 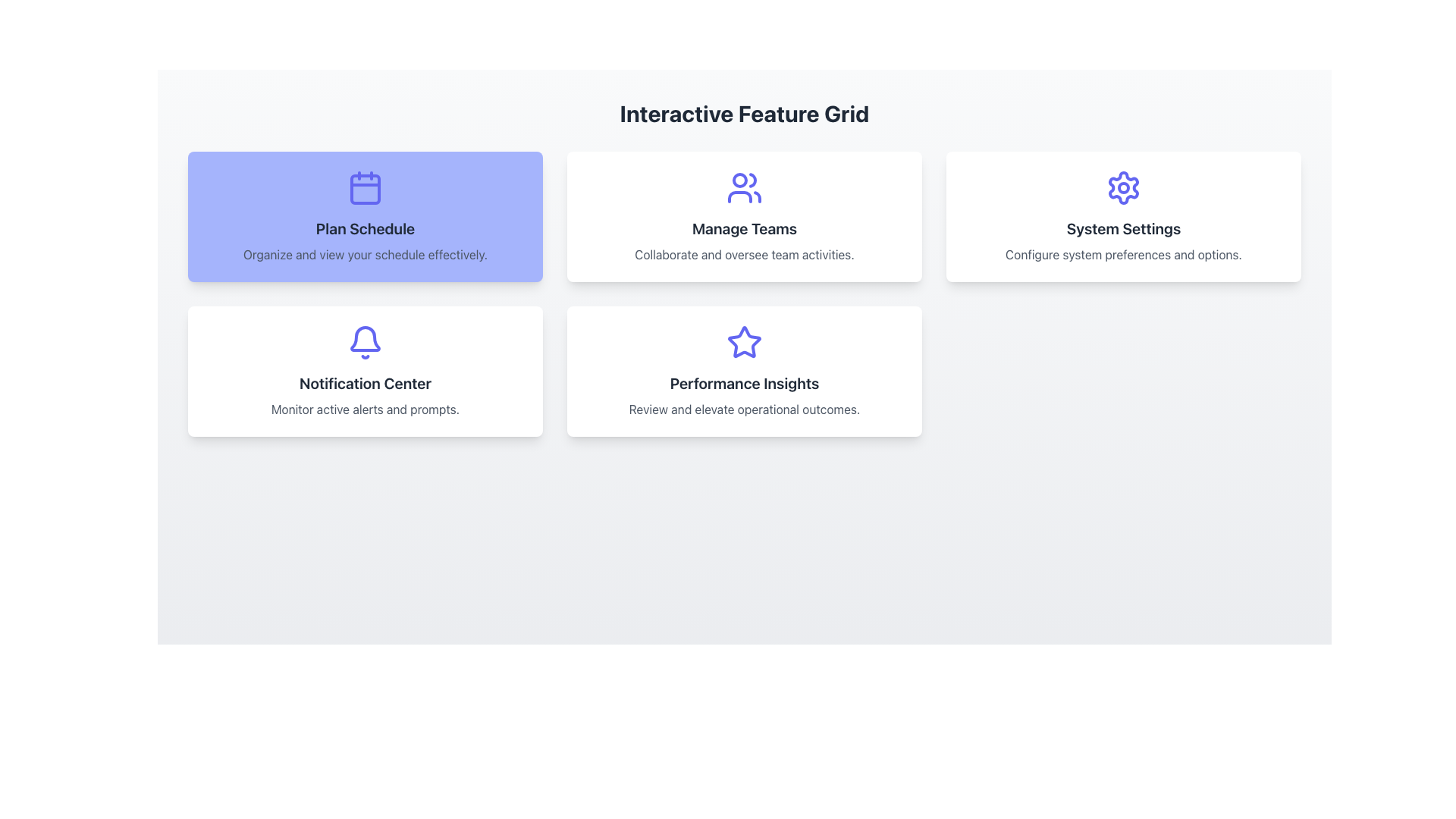 What do you see at coordinates (365, 338) in the screenshot?
I see `the bell-like notification icon located in the Notification Center feature card, which is centered horizontally and positioned above the card's text content` at bounding box center [365, 338].